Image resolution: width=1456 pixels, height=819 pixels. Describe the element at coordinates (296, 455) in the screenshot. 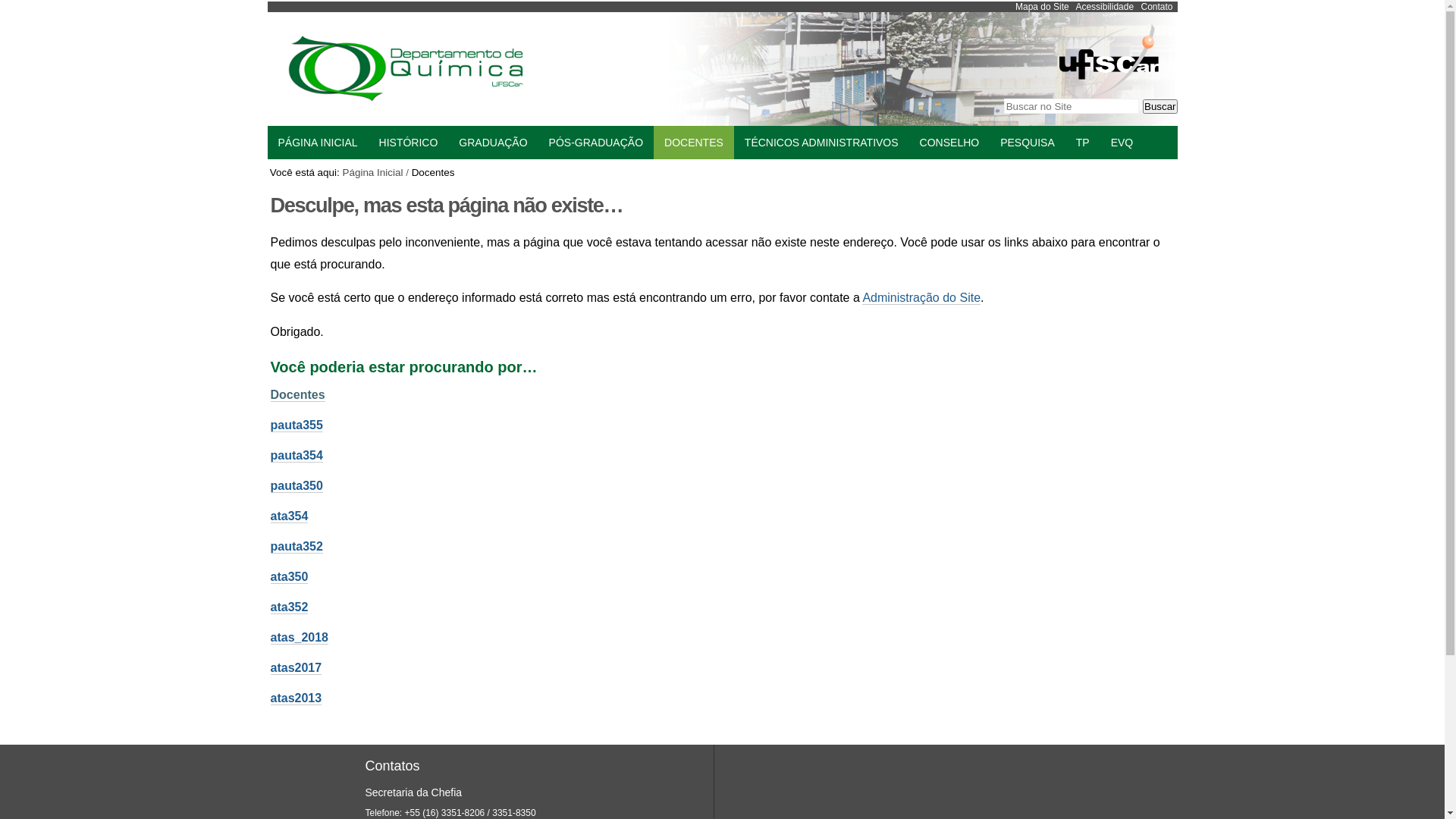

I see `'pauta354'` at that location.